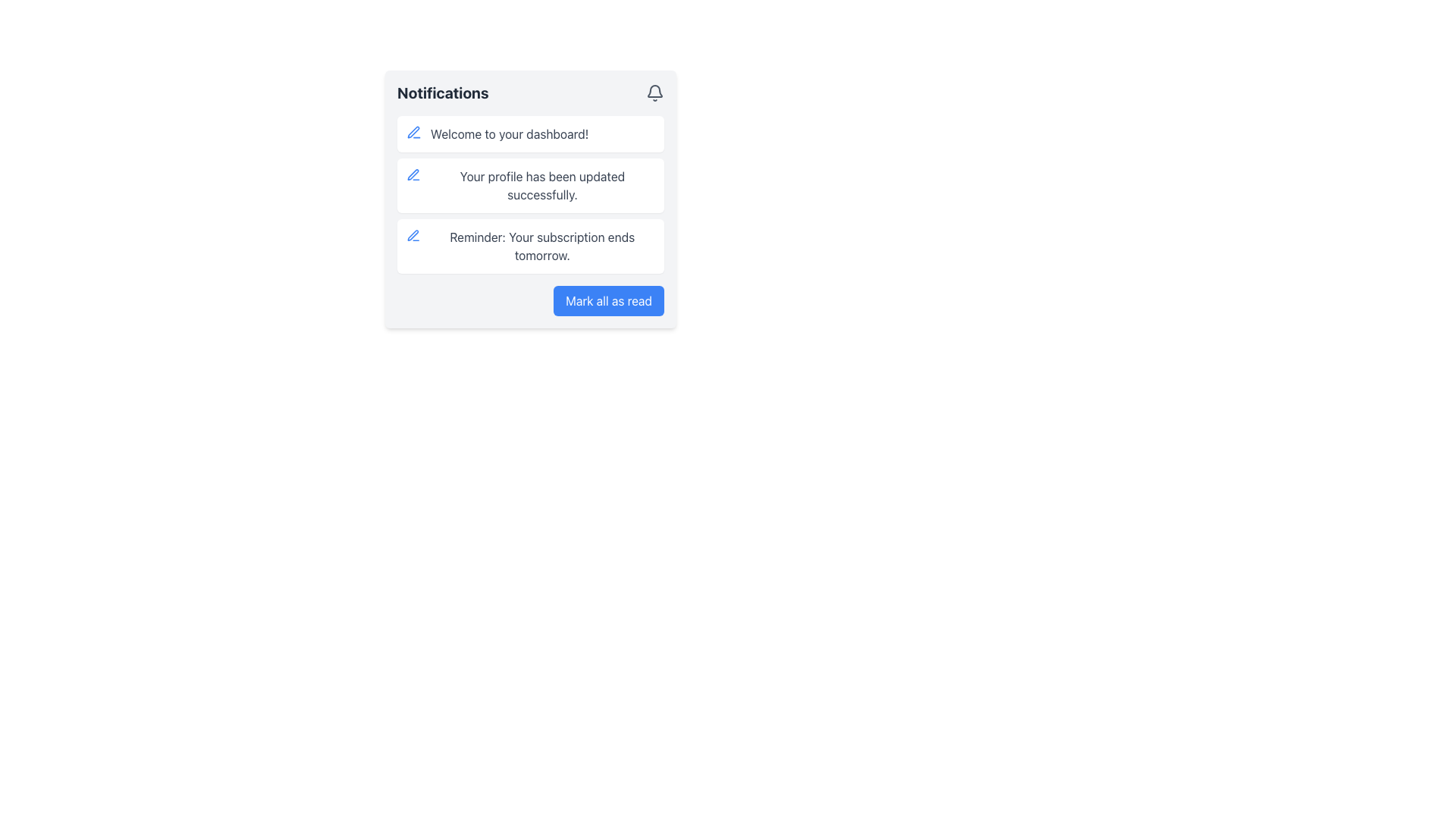 This screenshot has height=819, width=1456. Describe the element at coordinates (531, 198) in the screenshot. I see `notification text by clicking on the second notification entry in the notifications panel, which features a blue pen icon and descriptive text` at that location.